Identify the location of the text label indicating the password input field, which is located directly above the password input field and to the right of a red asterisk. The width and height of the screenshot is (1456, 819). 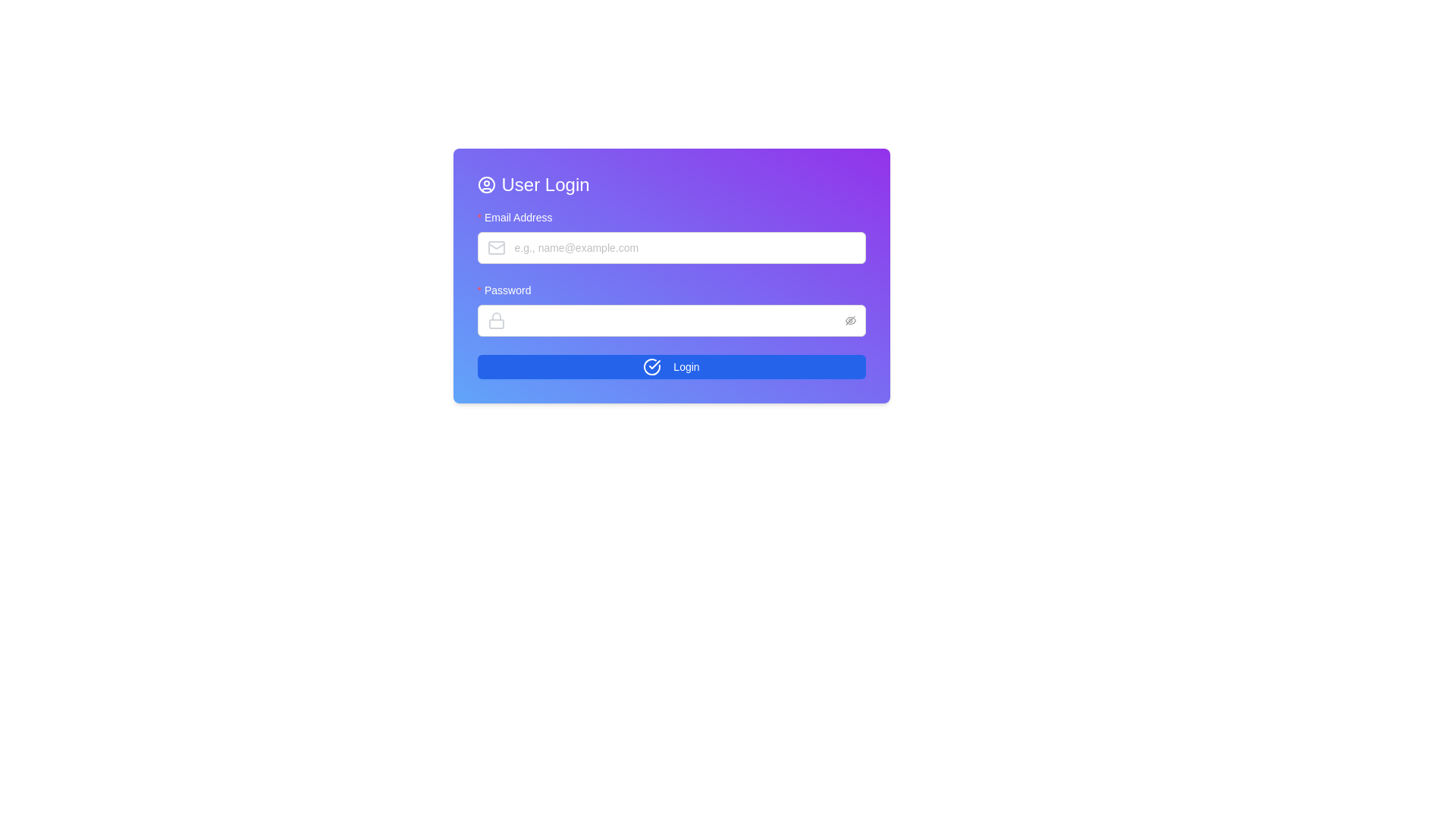
(507, 290).